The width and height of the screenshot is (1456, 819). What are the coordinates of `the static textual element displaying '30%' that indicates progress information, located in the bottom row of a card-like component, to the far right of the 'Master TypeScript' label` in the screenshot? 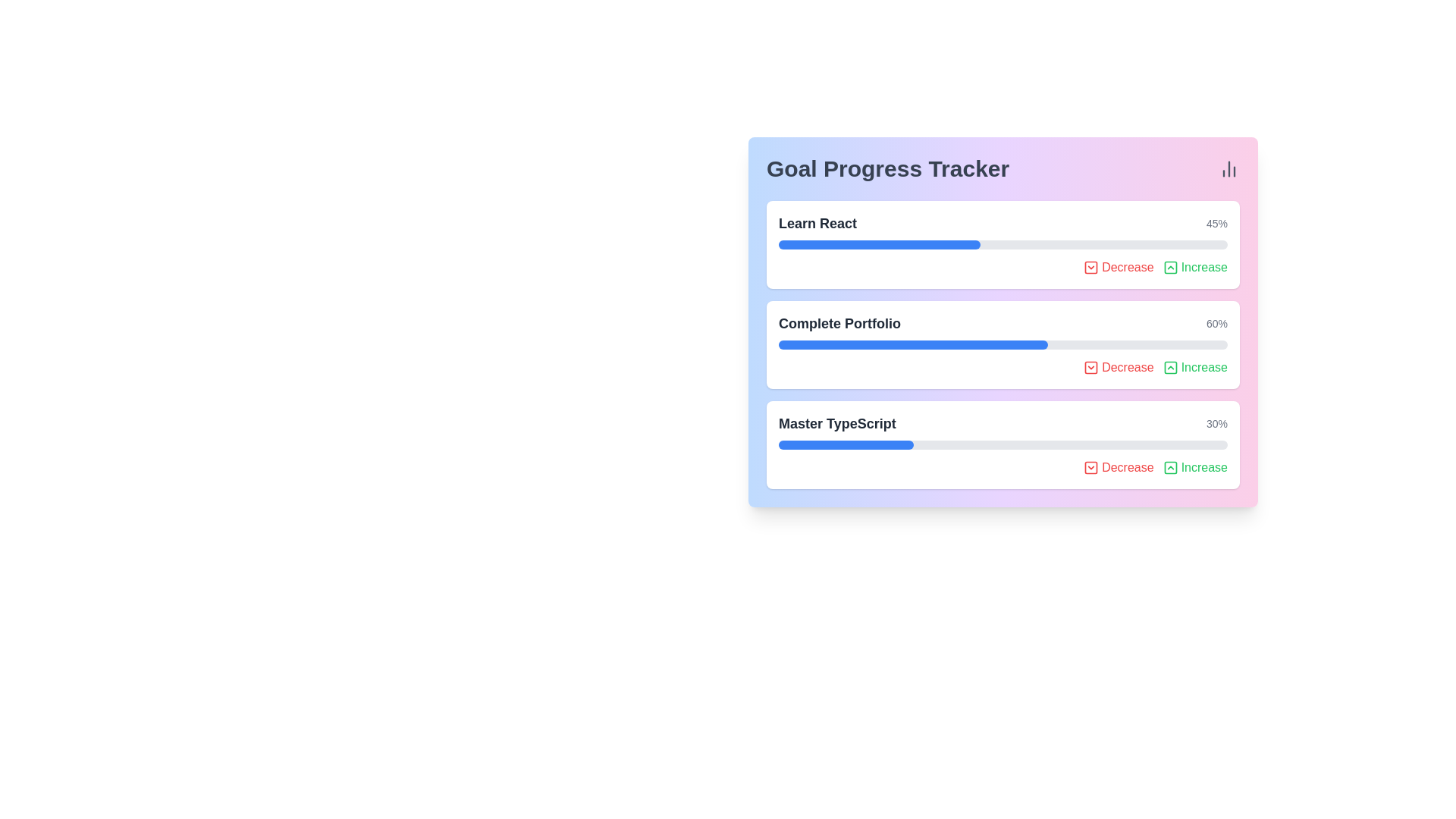 It's located at (1216, 424).